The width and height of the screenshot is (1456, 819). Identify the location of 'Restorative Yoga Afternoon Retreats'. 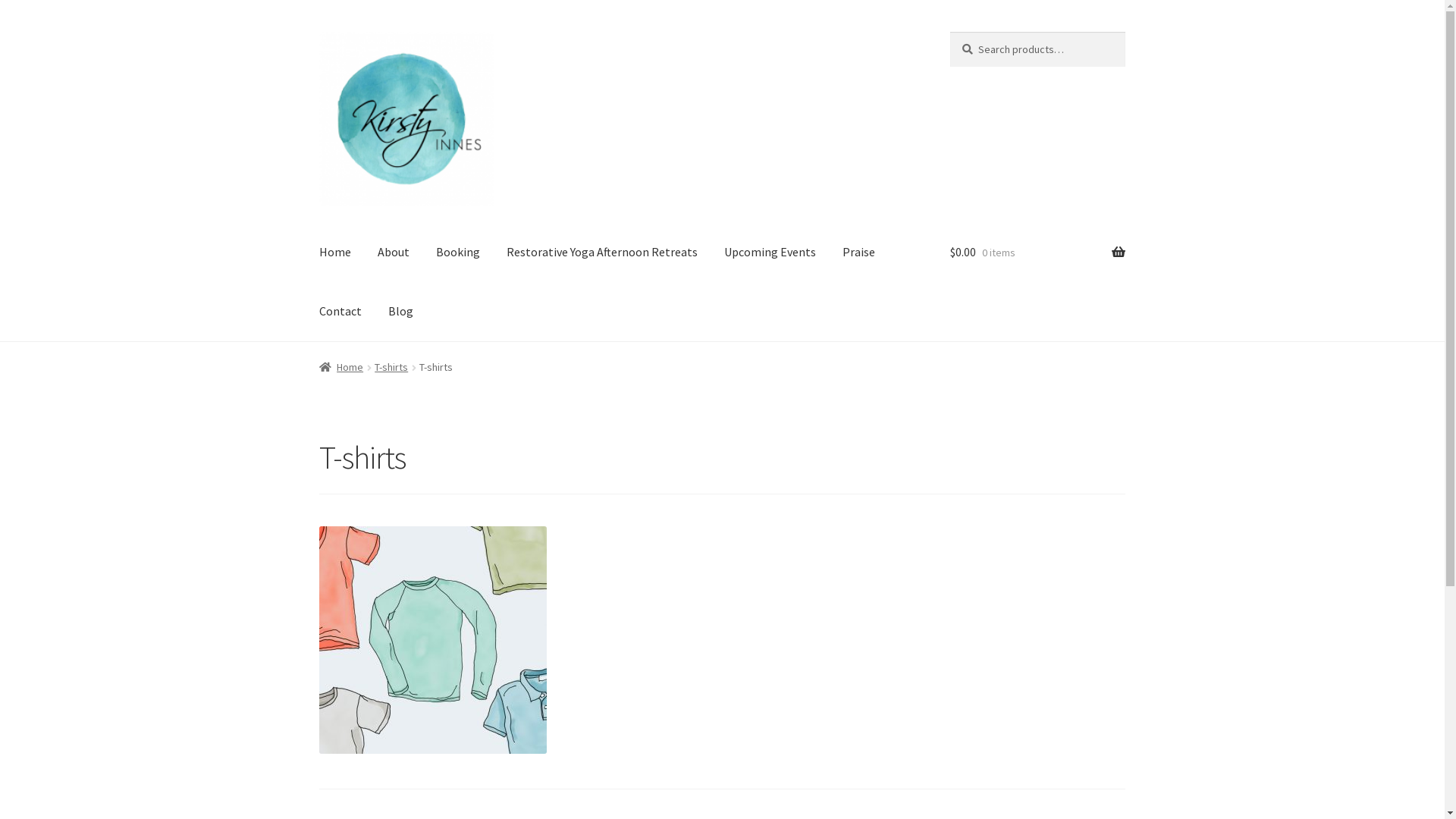
(601, 253).